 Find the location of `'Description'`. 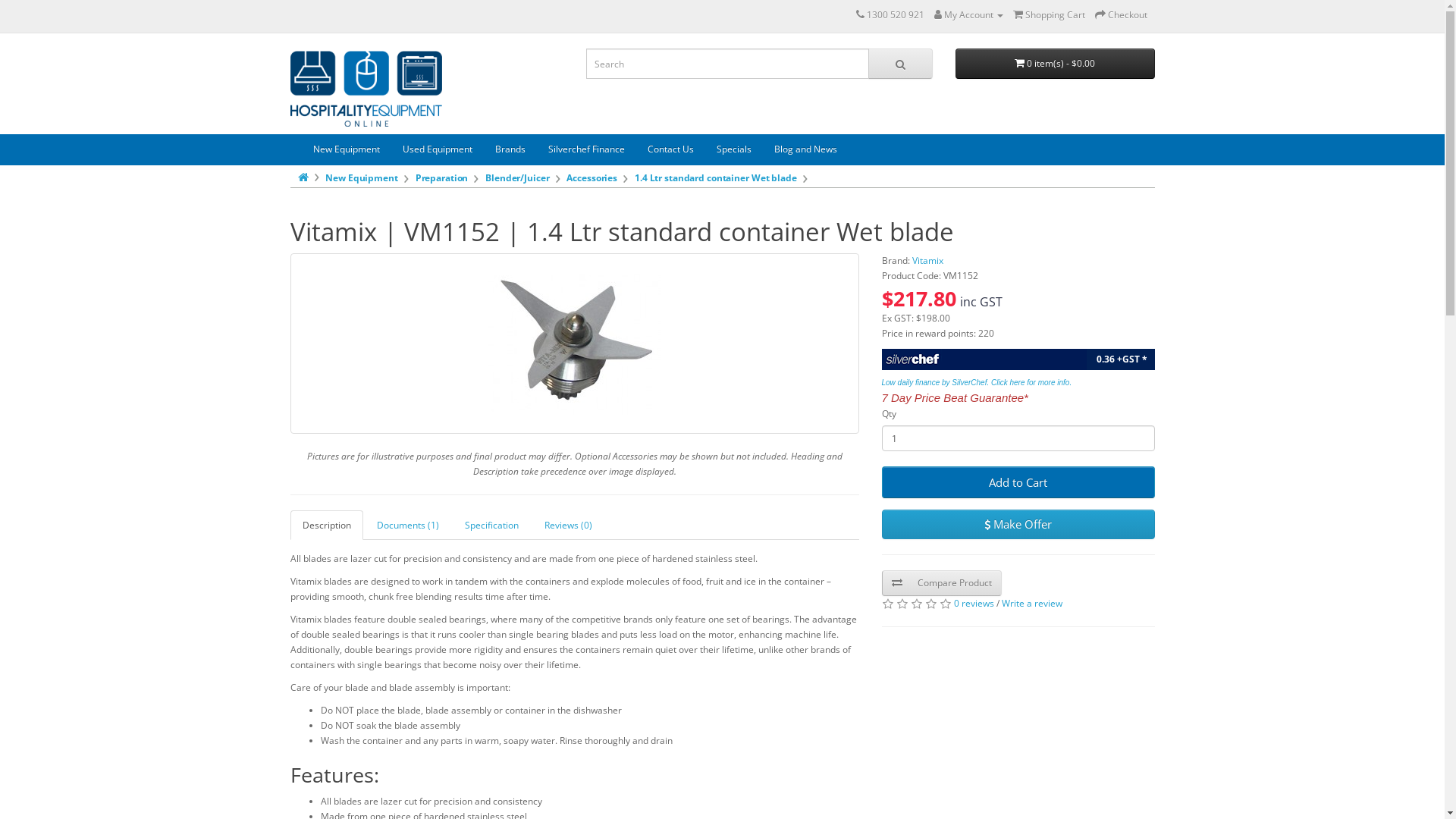

'Description' is located at coordinates (325, 524).